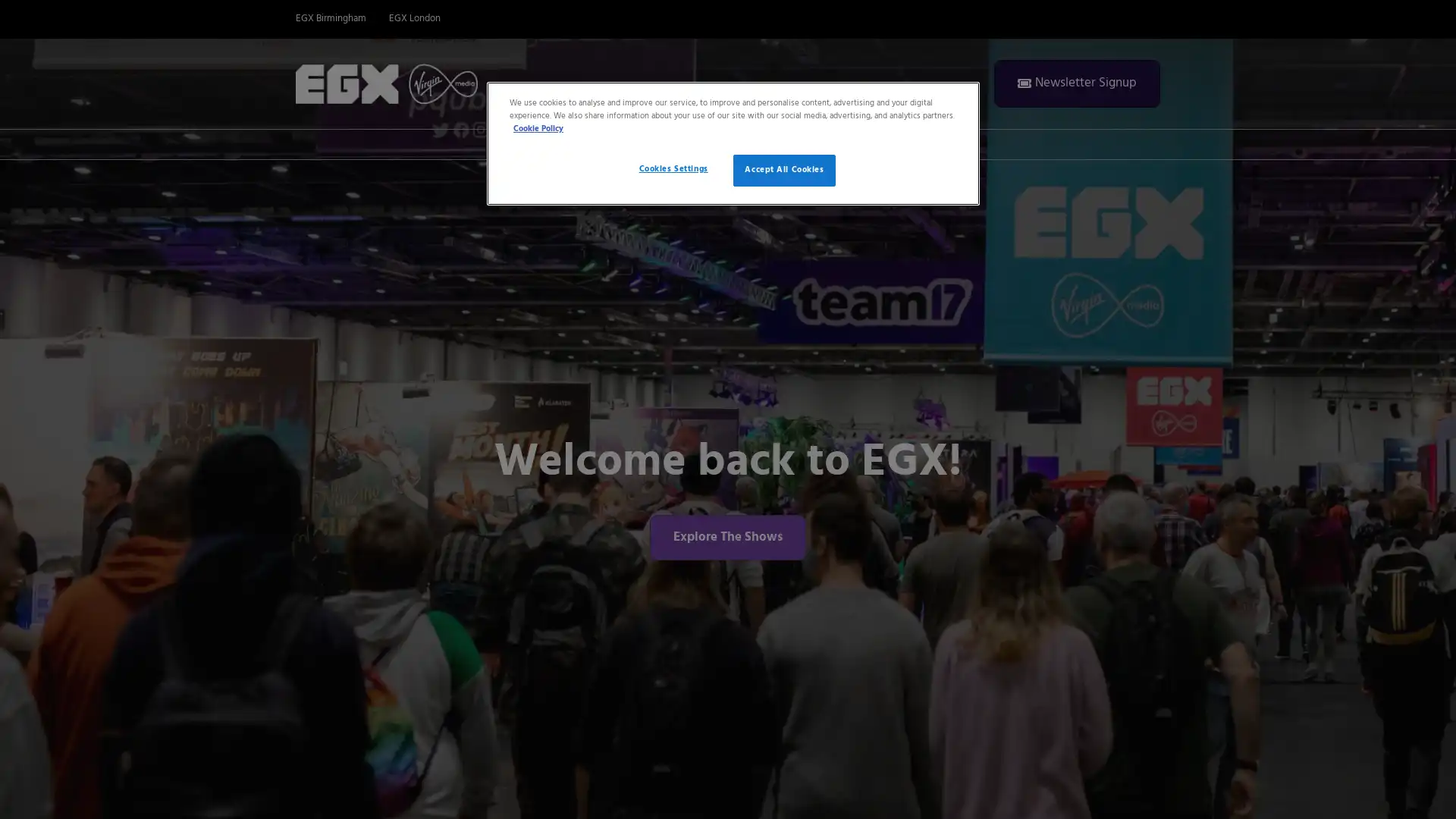 The height and width of the screenshot is (819, 1456). I want to click on Accept All Cookies, so click(784, 170).